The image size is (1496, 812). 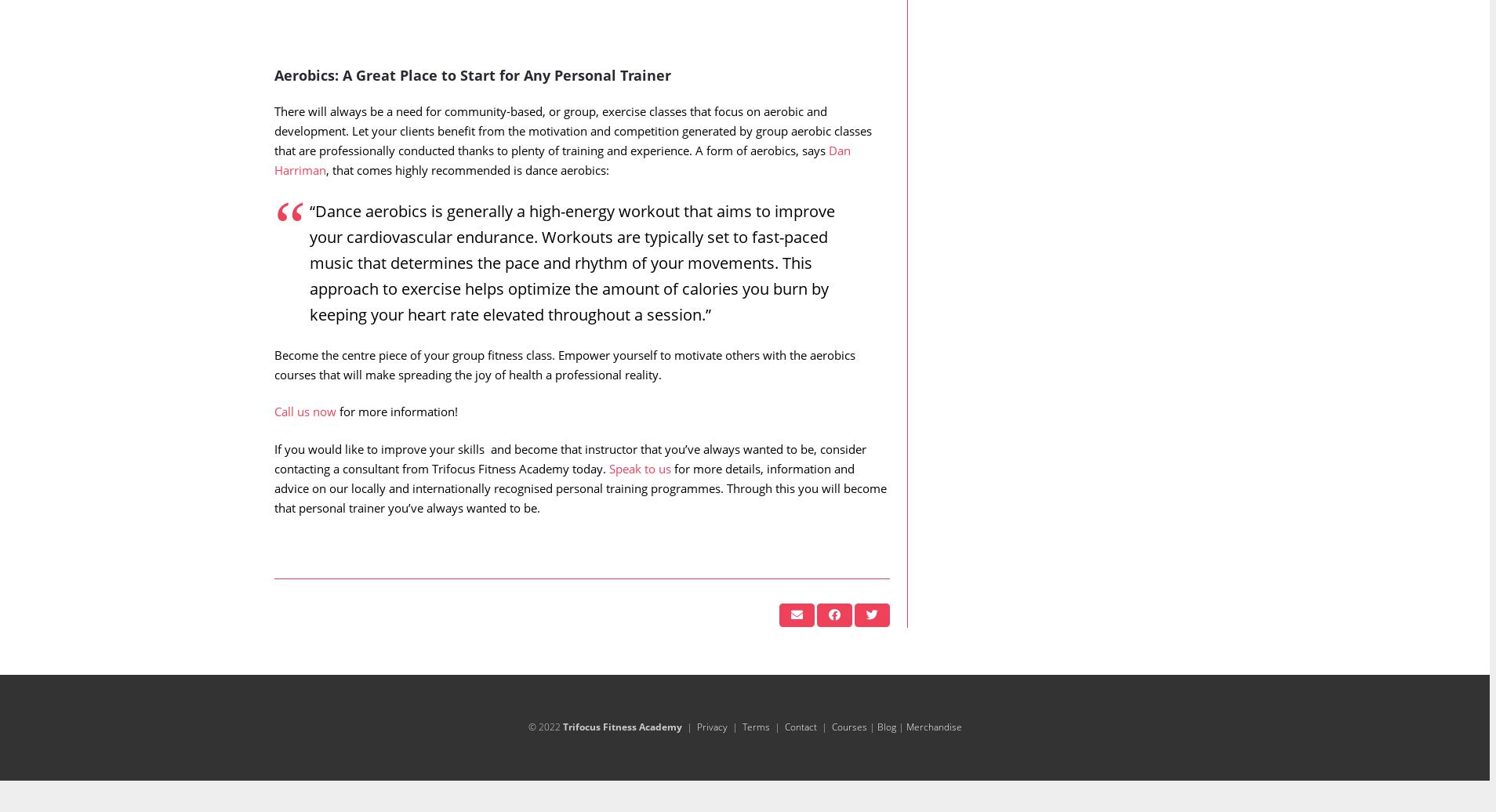 I want to click on 'Terms', so click(x=741, y=758).